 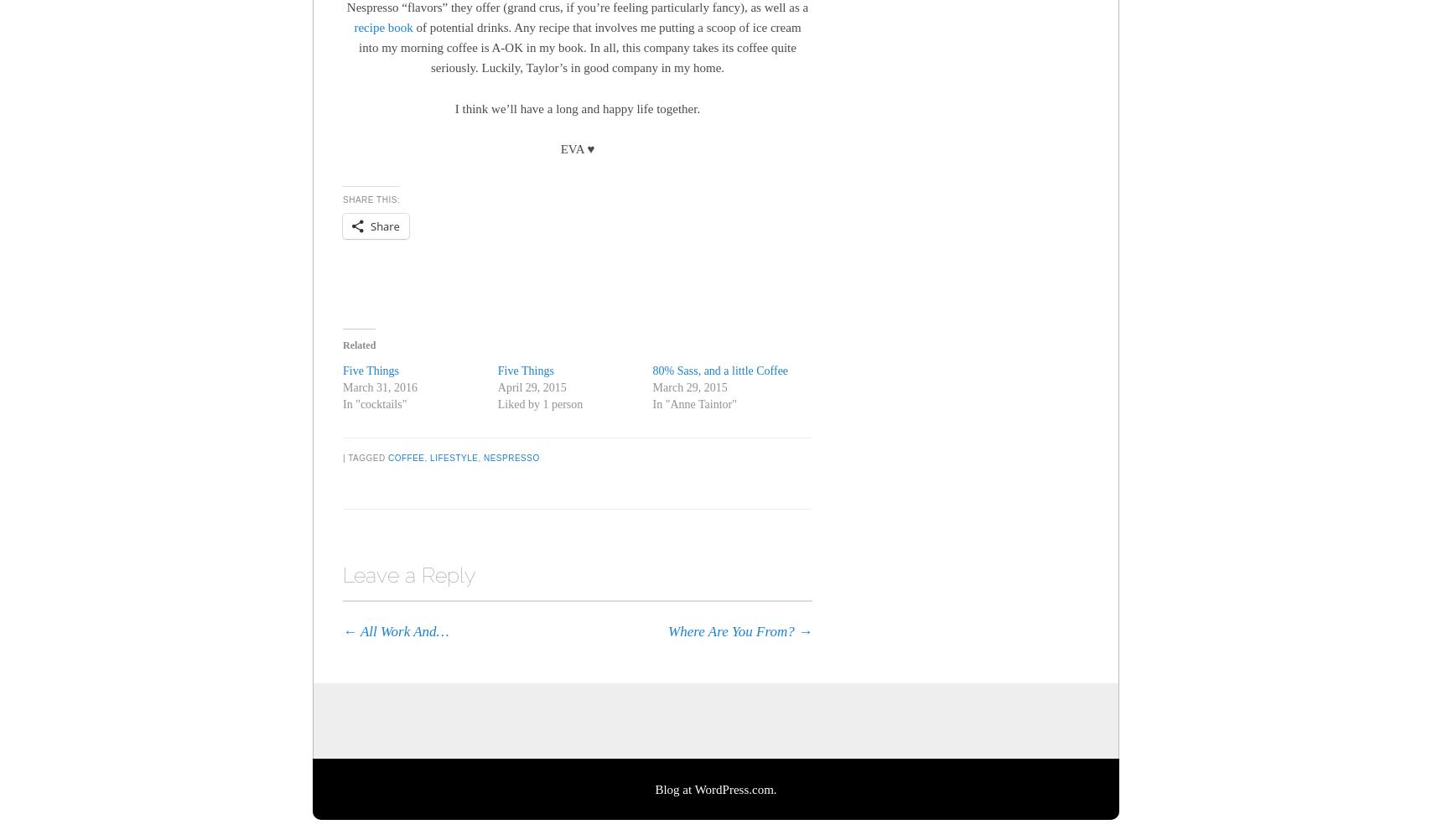 What do you see at coordinates (345, 457) in the screenshot?
I see `'|'` at bounding box center [345, 457].